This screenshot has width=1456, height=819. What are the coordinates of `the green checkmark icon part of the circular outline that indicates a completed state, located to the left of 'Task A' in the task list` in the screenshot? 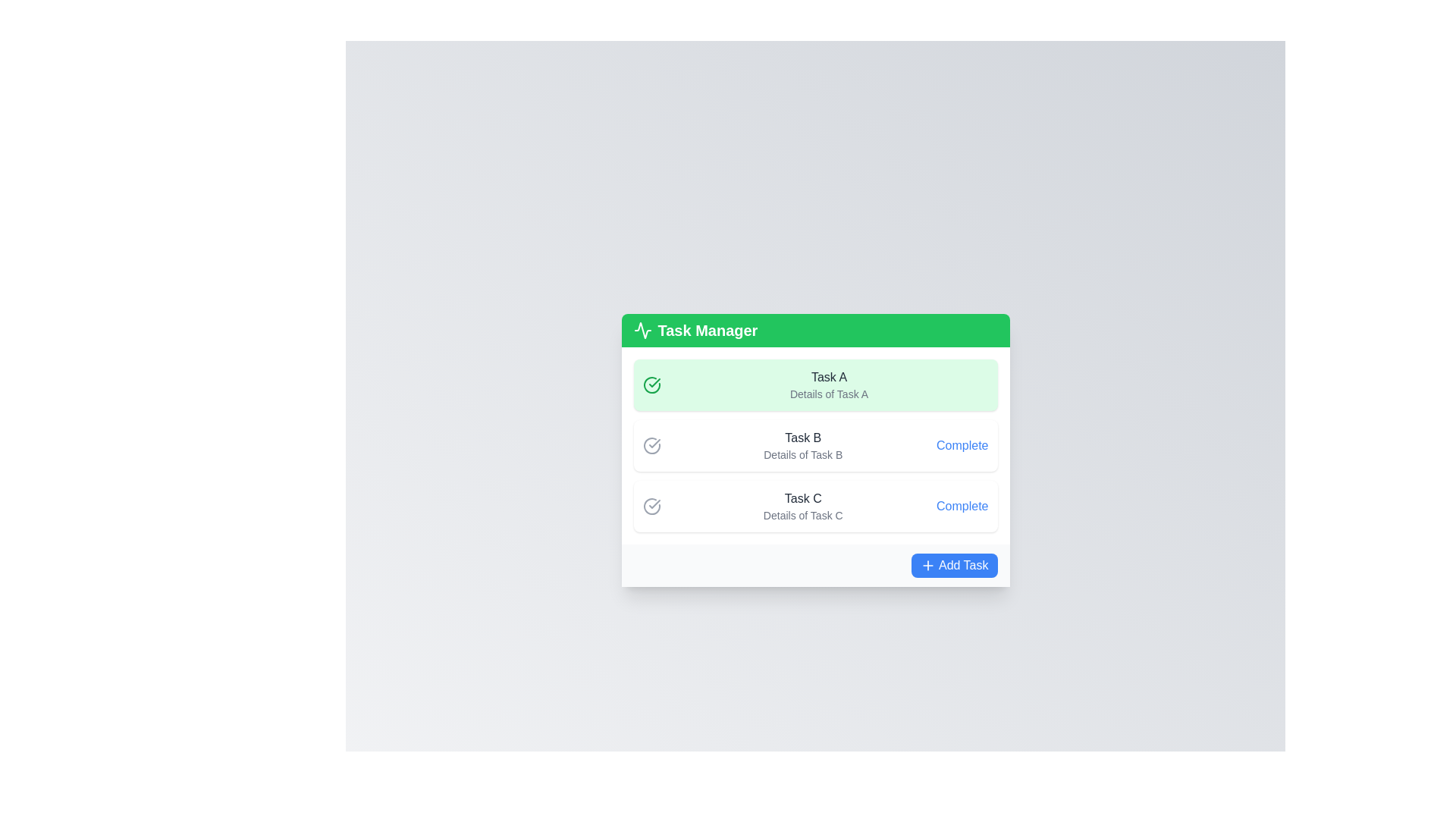 It's located at (654, 382).